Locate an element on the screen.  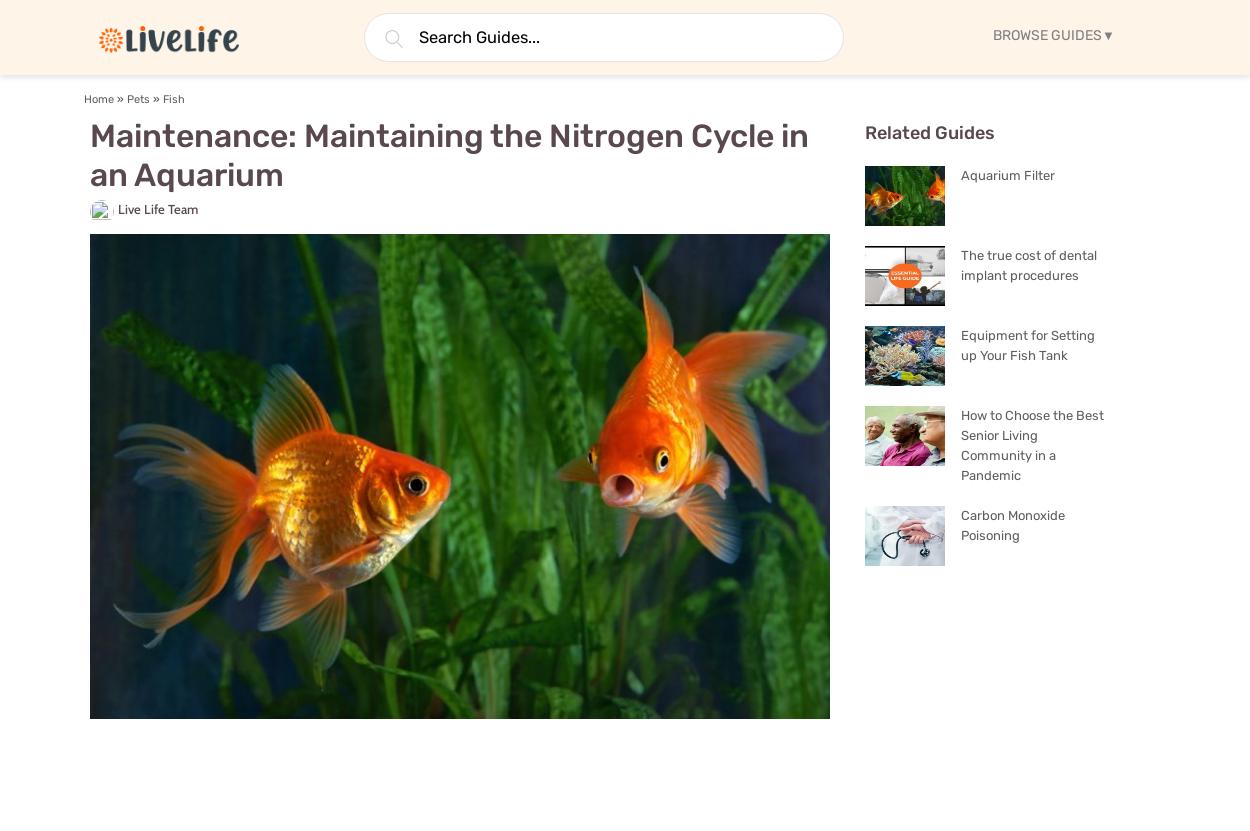
'Equipment for Setting up Your Fish Tank' is located at coordinates (1028, 344).